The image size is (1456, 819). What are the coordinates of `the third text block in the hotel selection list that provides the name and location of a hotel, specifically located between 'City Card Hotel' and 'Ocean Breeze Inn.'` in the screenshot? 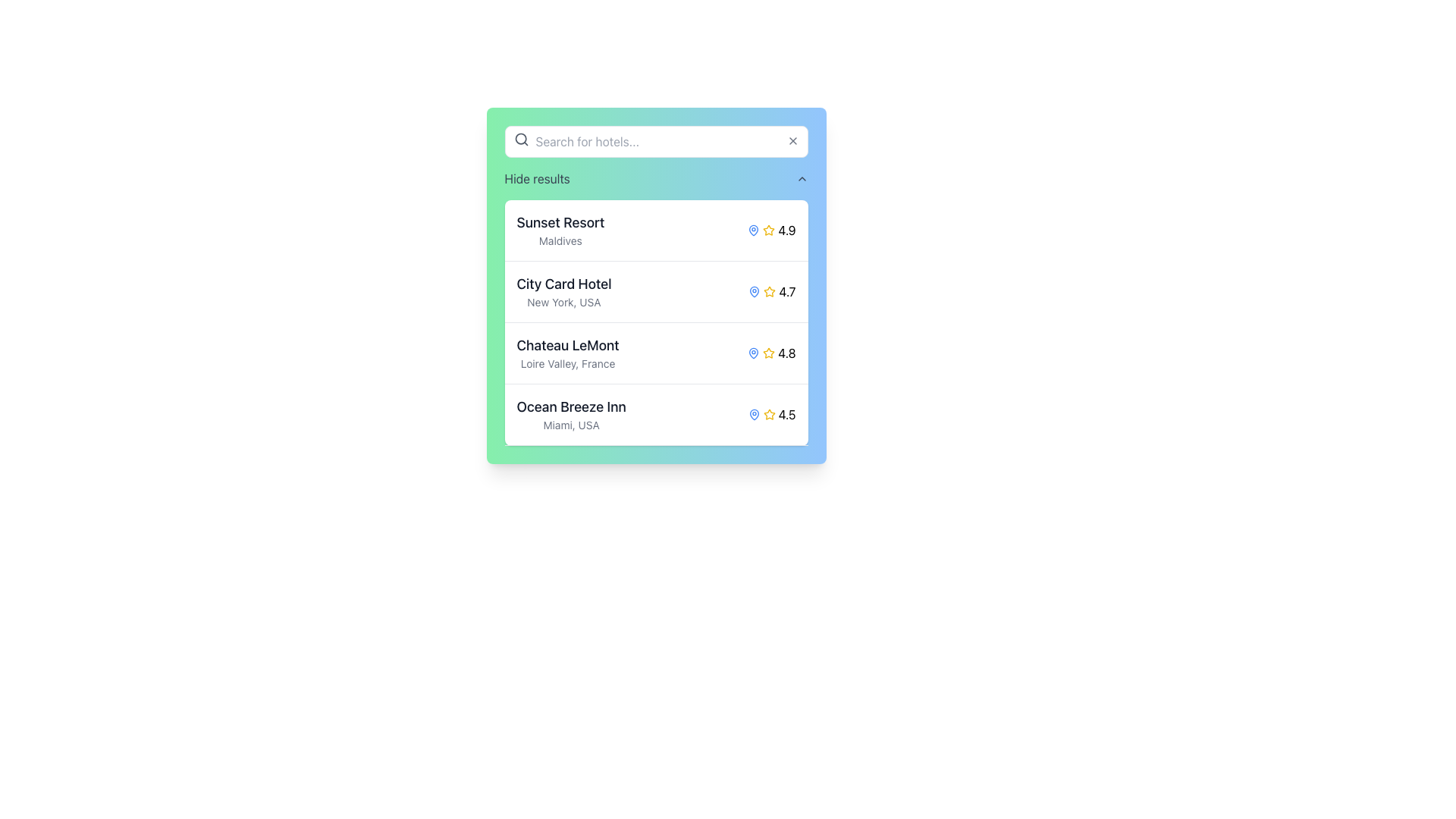 It's located at (566, 353).